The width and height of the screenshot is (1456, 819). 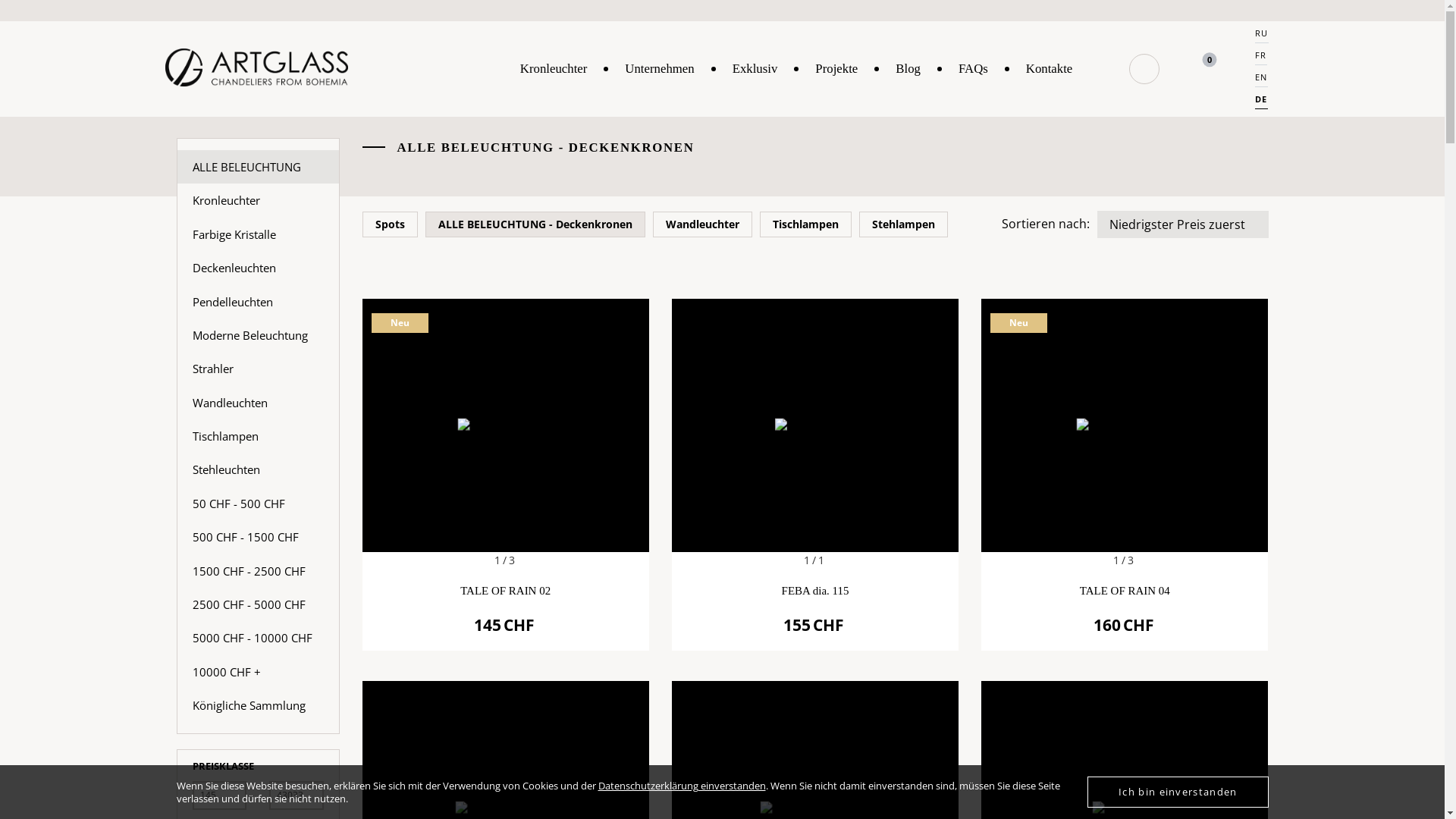 I want to click on 'Pendelleuchten', so click(x=258, y=301).